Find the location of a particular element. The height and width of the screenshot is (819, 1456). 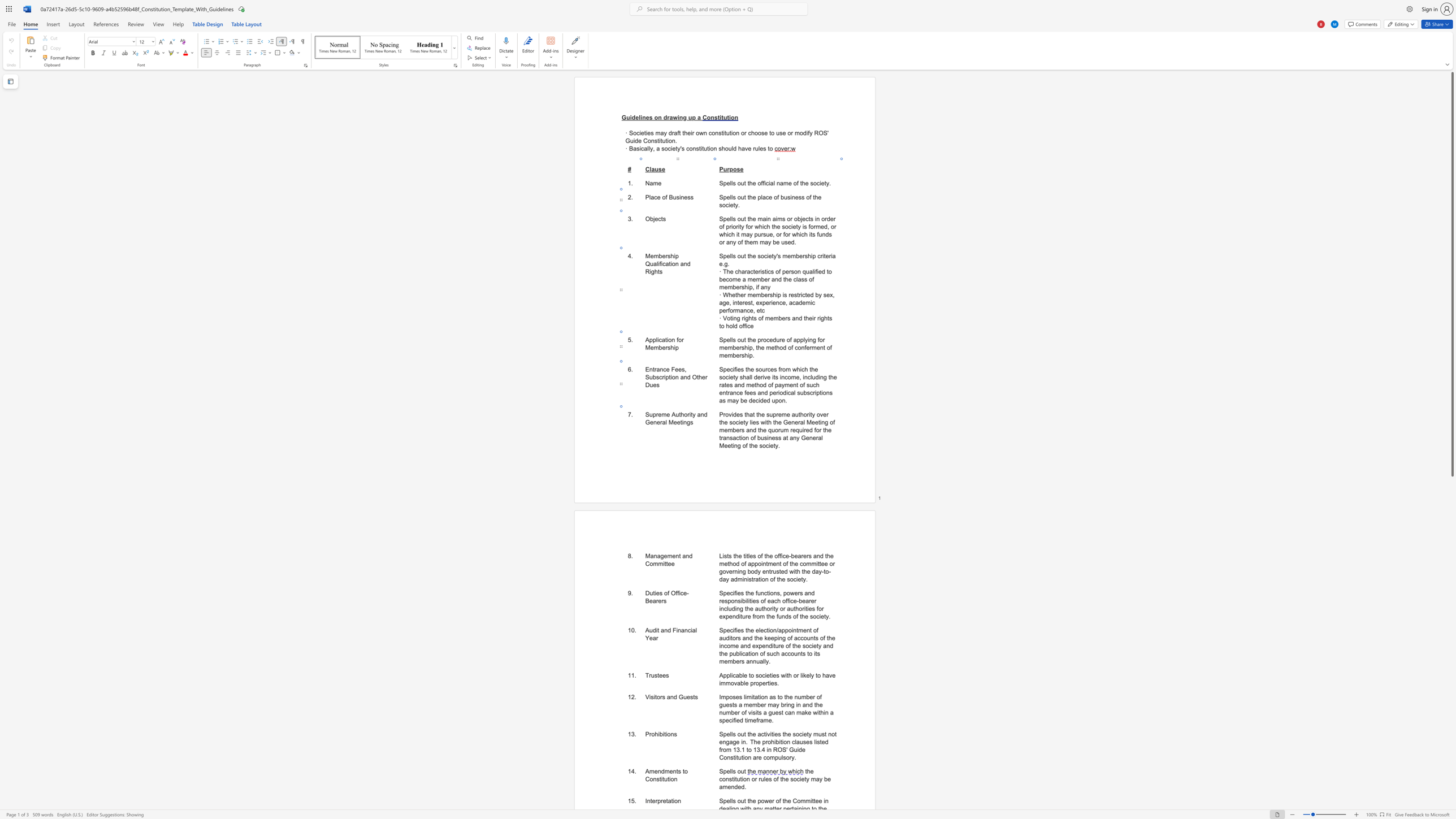

the 2th character "t" in the text is located at coordinates (666, 800).